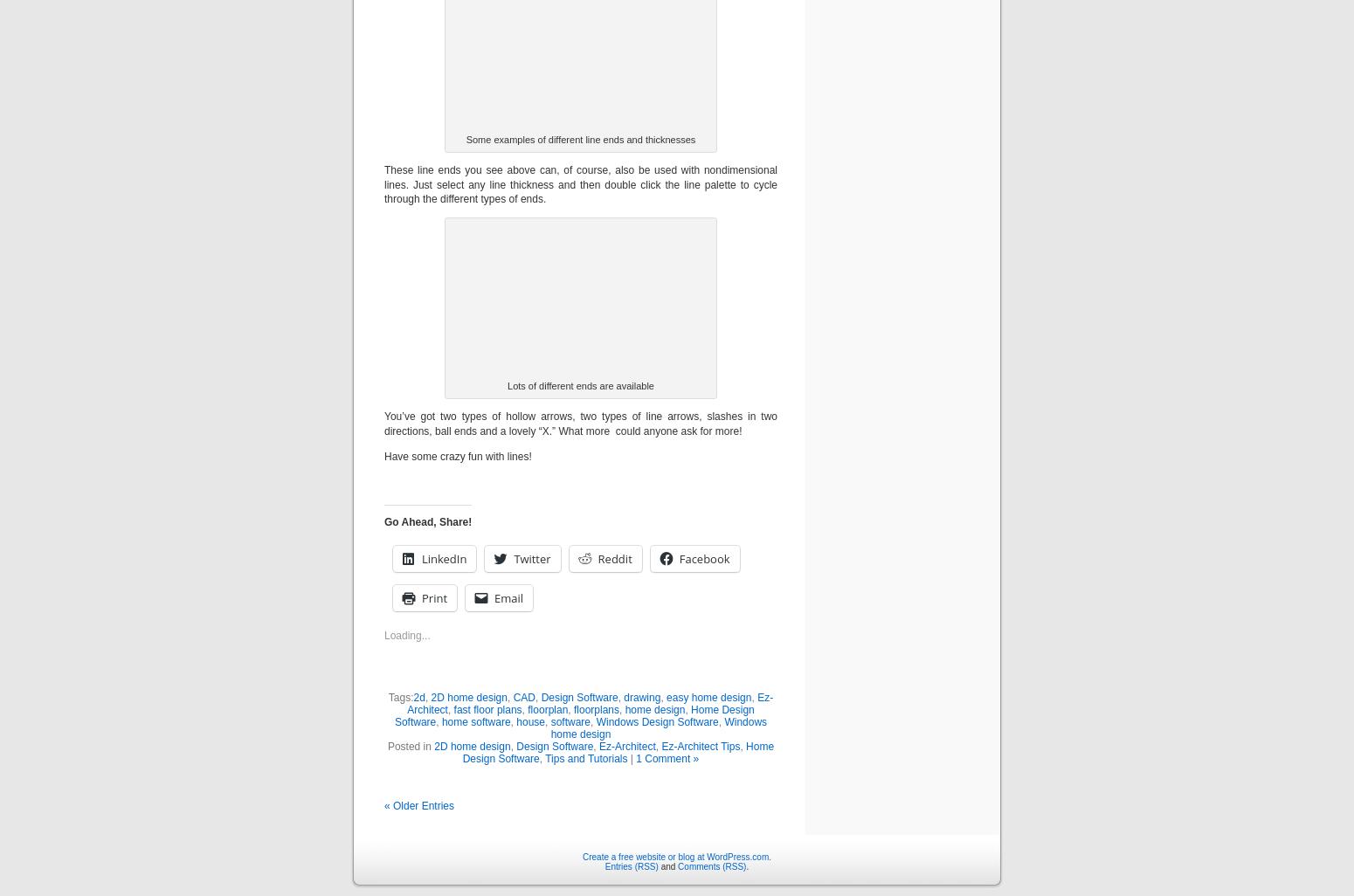 This screenshot has width=1354, height=896. Describe the element at coordinates (584, 757) in the screenshot. I see `'Tips and Tutorials'` at that location.